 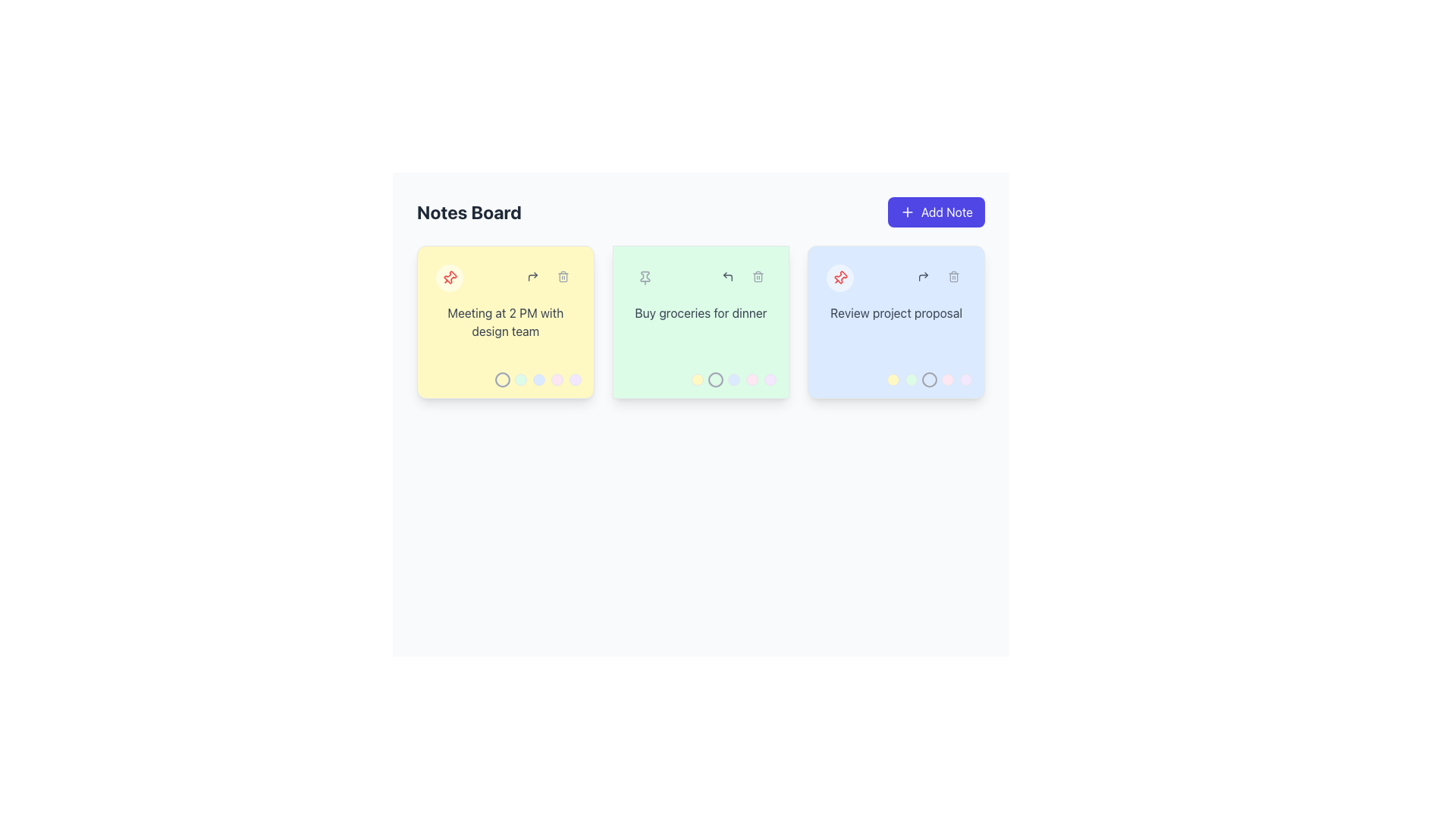 I want to click on the circular interactive icon button with a red push pin icon located at the top-left corner of the blue note card titled 'Review project proposal', so click(x=839, y=278).